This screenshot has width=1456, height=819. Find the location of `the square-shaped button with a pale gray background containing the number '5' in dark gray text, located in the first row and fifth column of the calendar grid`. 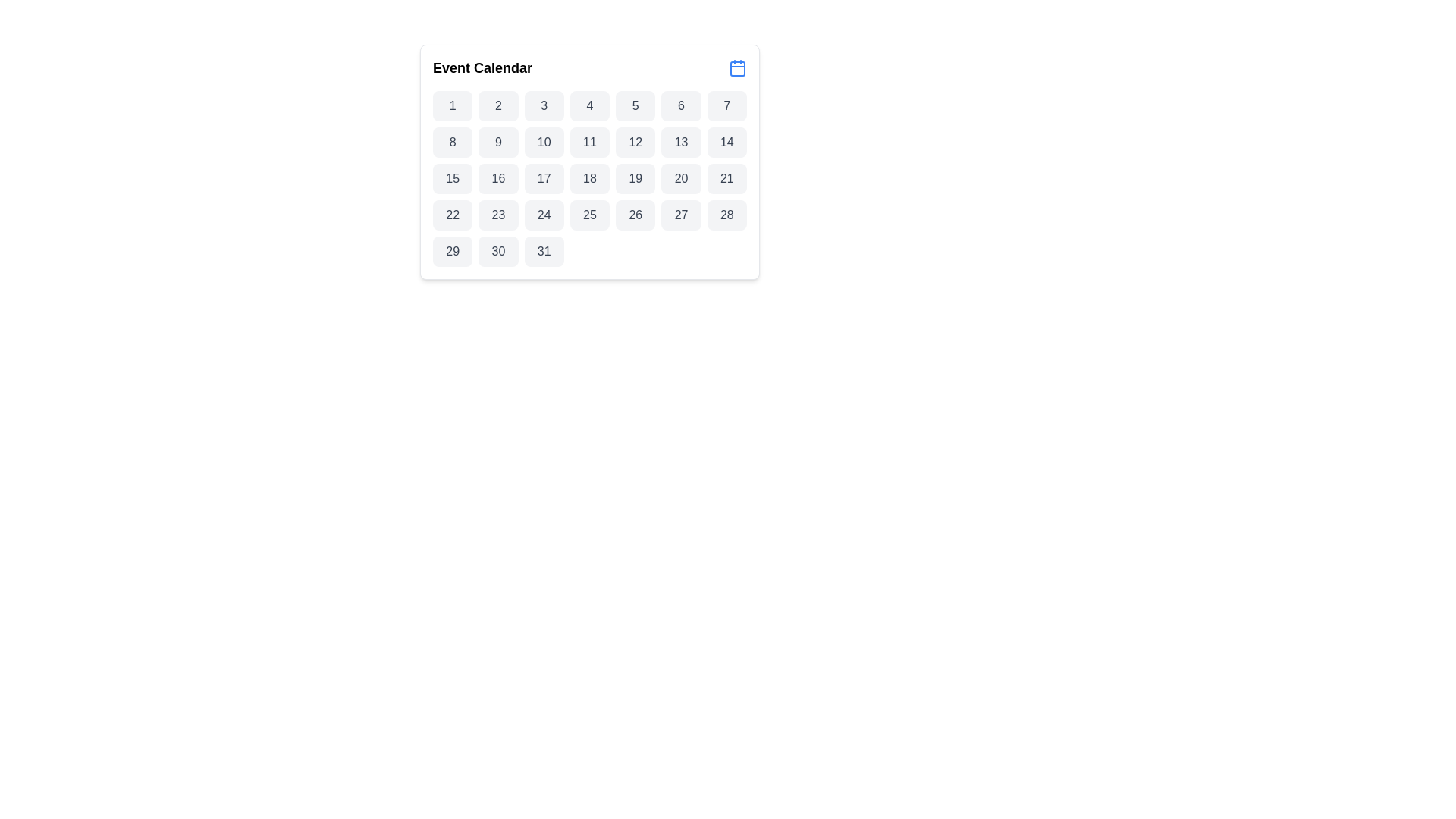

the square-shaped button with a pale gray background containing the number '5' in dark gray text, located in the first row and fifth column of the calendar grid is located at coordinates (635, 105).